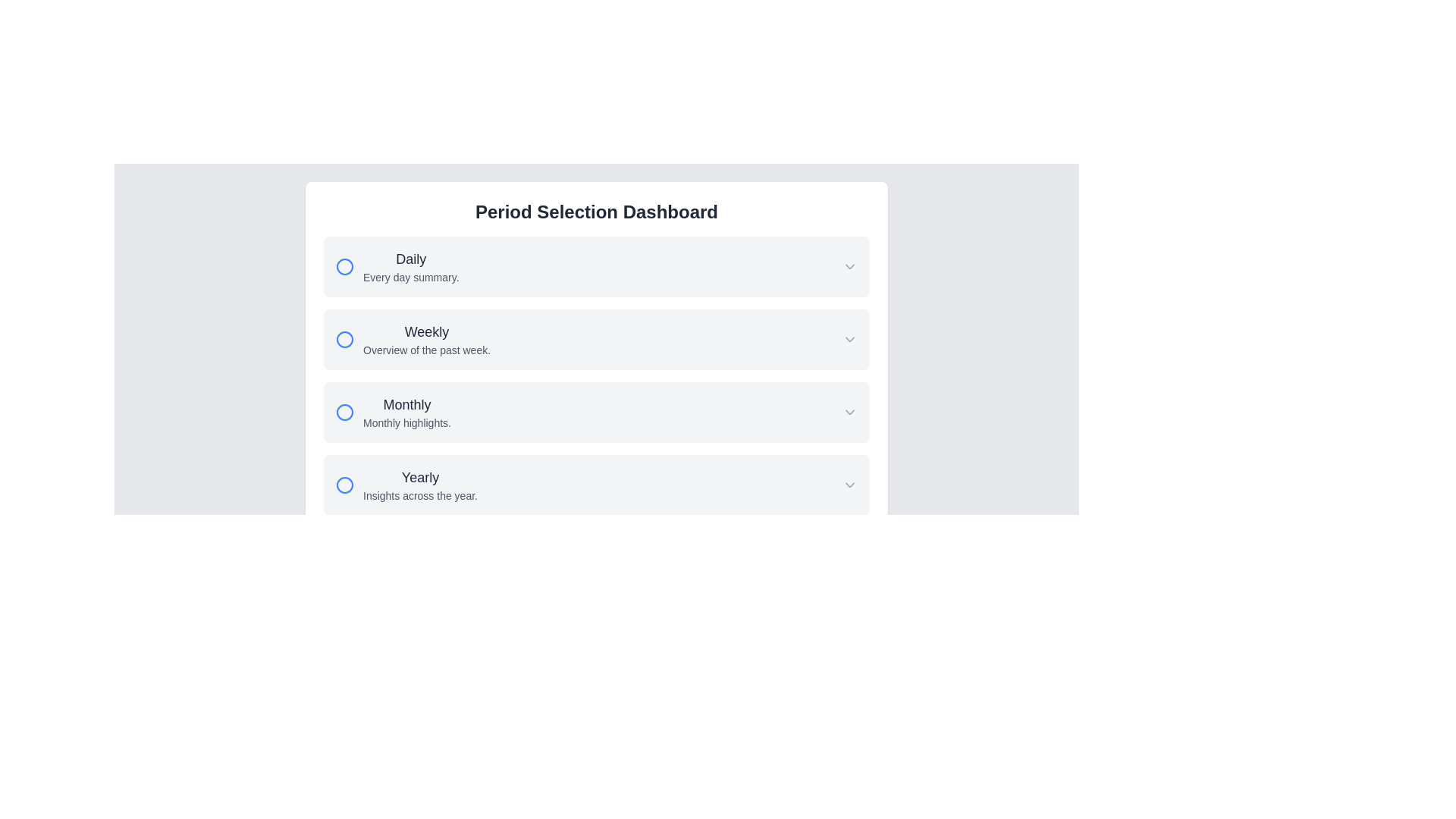 This screenshot has height=819, width=1456. I want to click on the text label located in the second row of options under 'Period Selection Dashboard', so click(425, 338).